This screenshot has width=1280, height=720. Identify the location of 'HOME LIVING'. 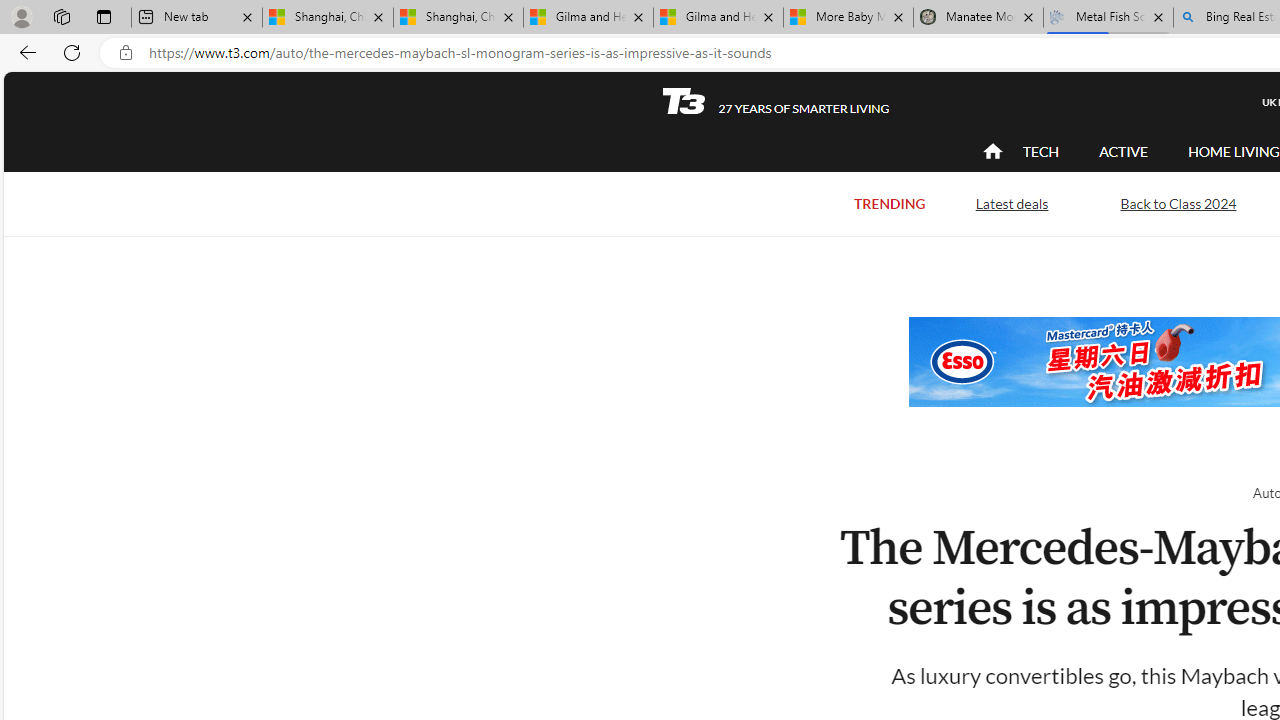
(1232, 150).